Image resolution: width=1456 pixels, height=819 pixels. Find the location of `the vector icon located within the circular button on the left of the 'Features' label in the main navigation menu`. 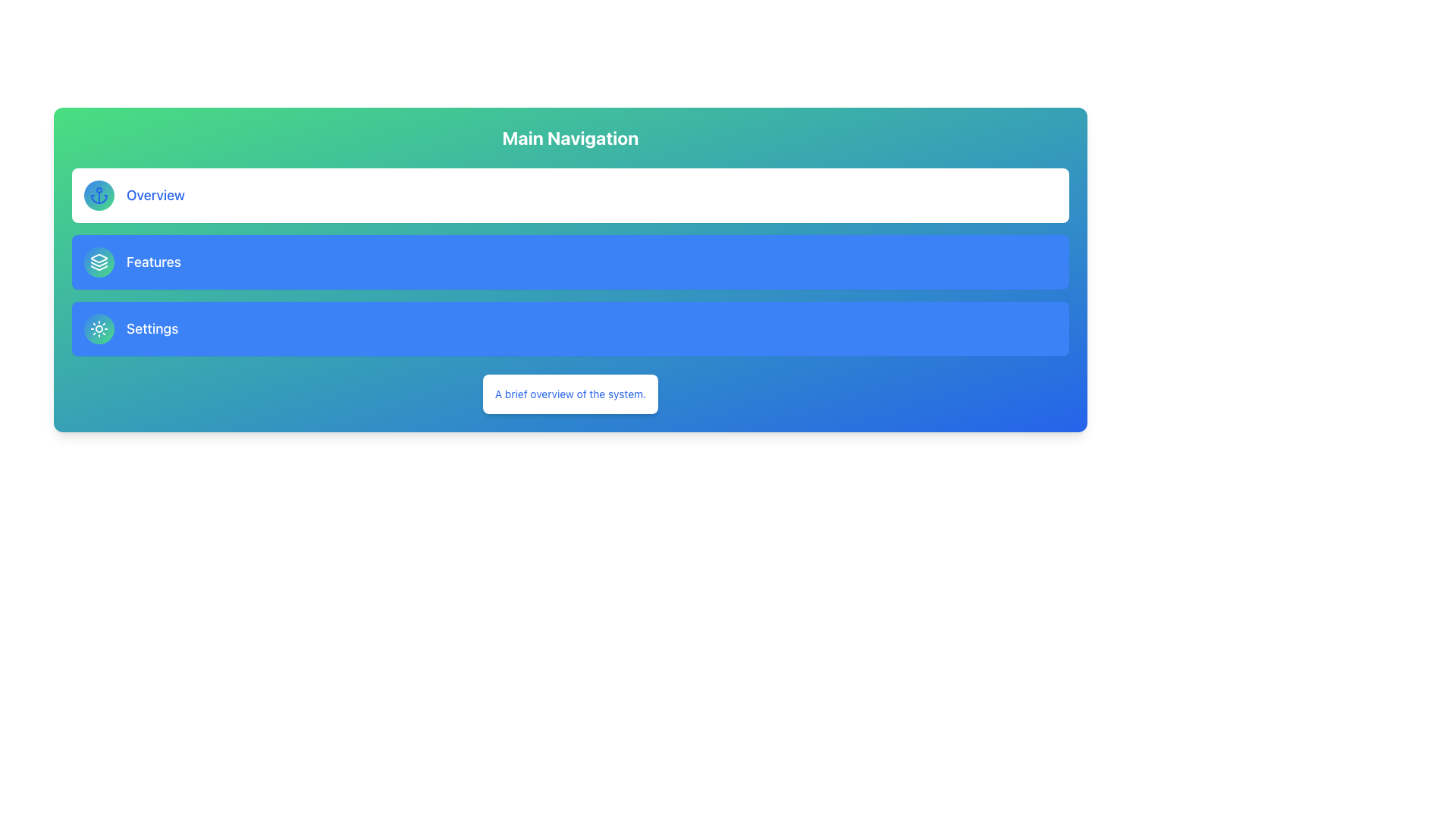

the vector icon located within the circular button on the left of the 'Features' label in the main navigation menu is located at coordinates (98, 262).